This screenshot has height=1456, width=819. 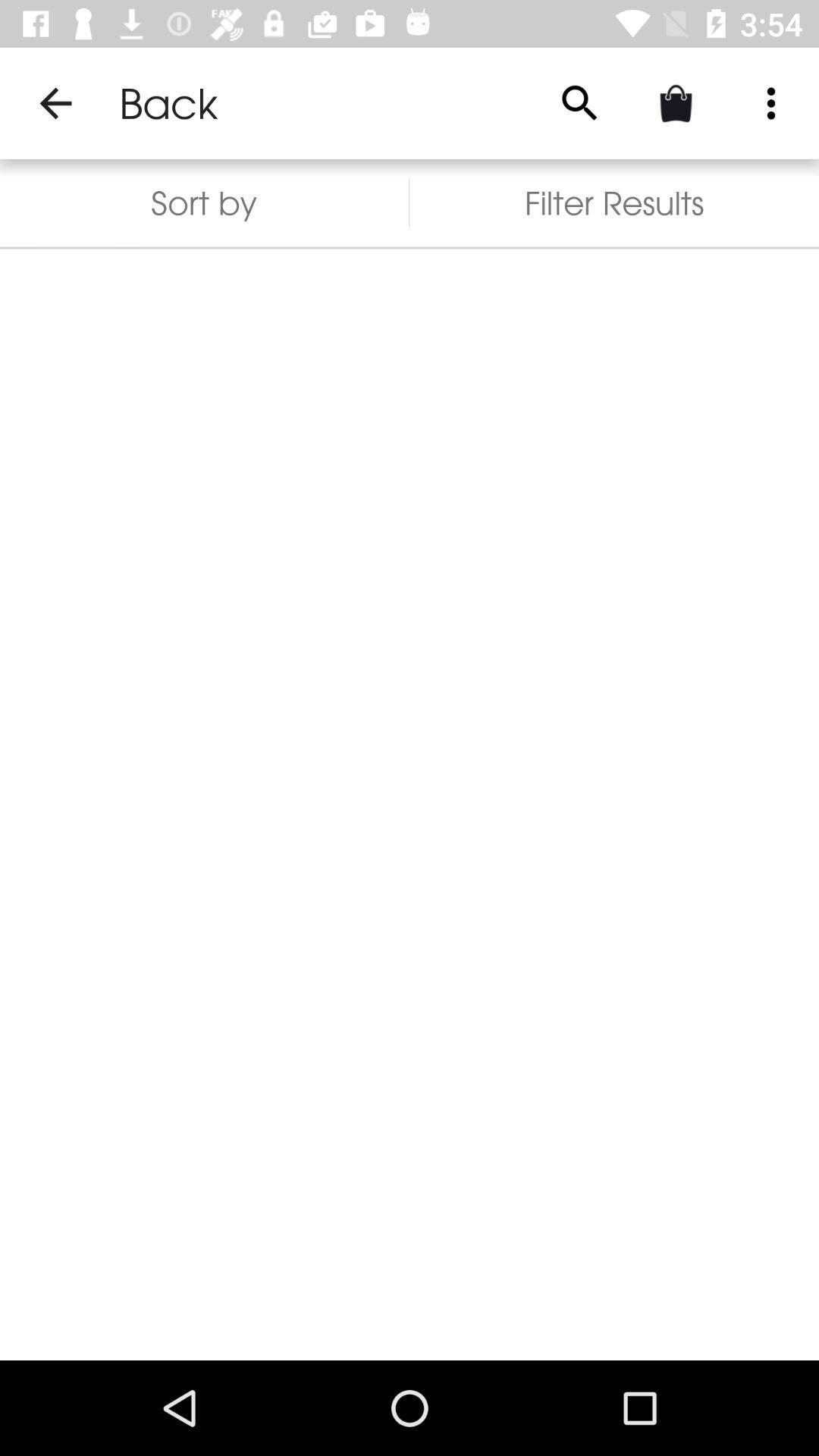 I want to click on sort by, so click(x=203, y=202).